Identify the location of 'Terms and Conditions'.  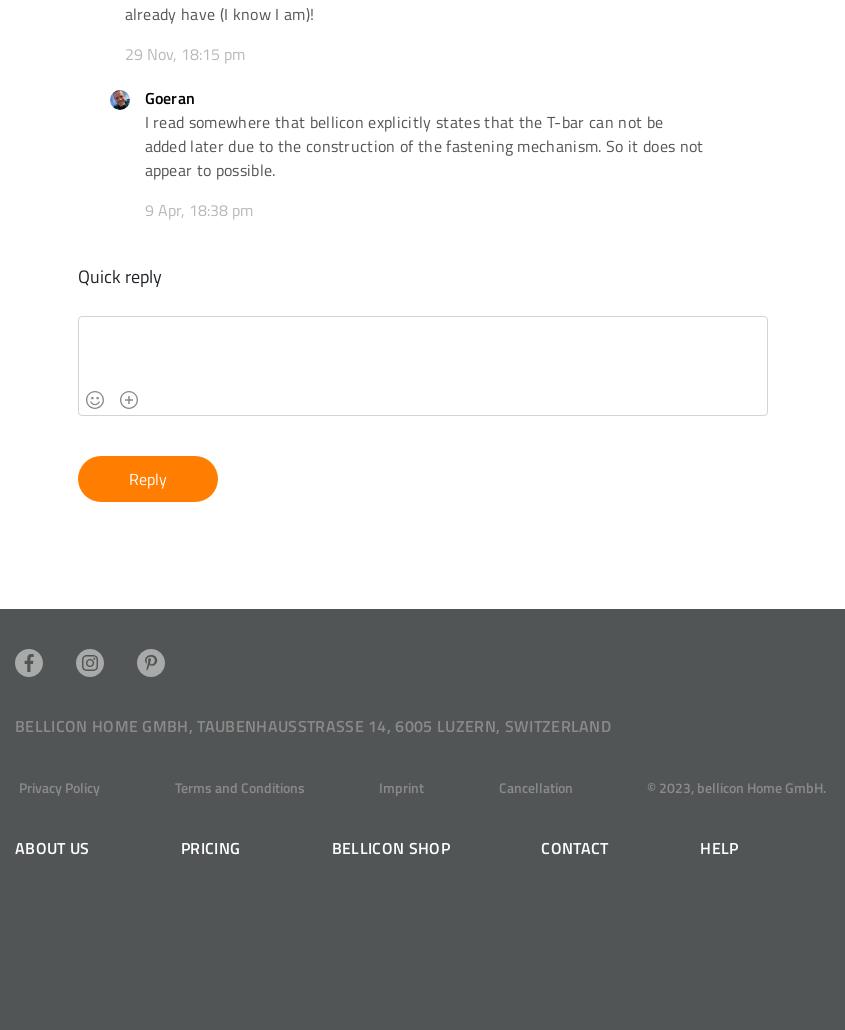
(237, 786).